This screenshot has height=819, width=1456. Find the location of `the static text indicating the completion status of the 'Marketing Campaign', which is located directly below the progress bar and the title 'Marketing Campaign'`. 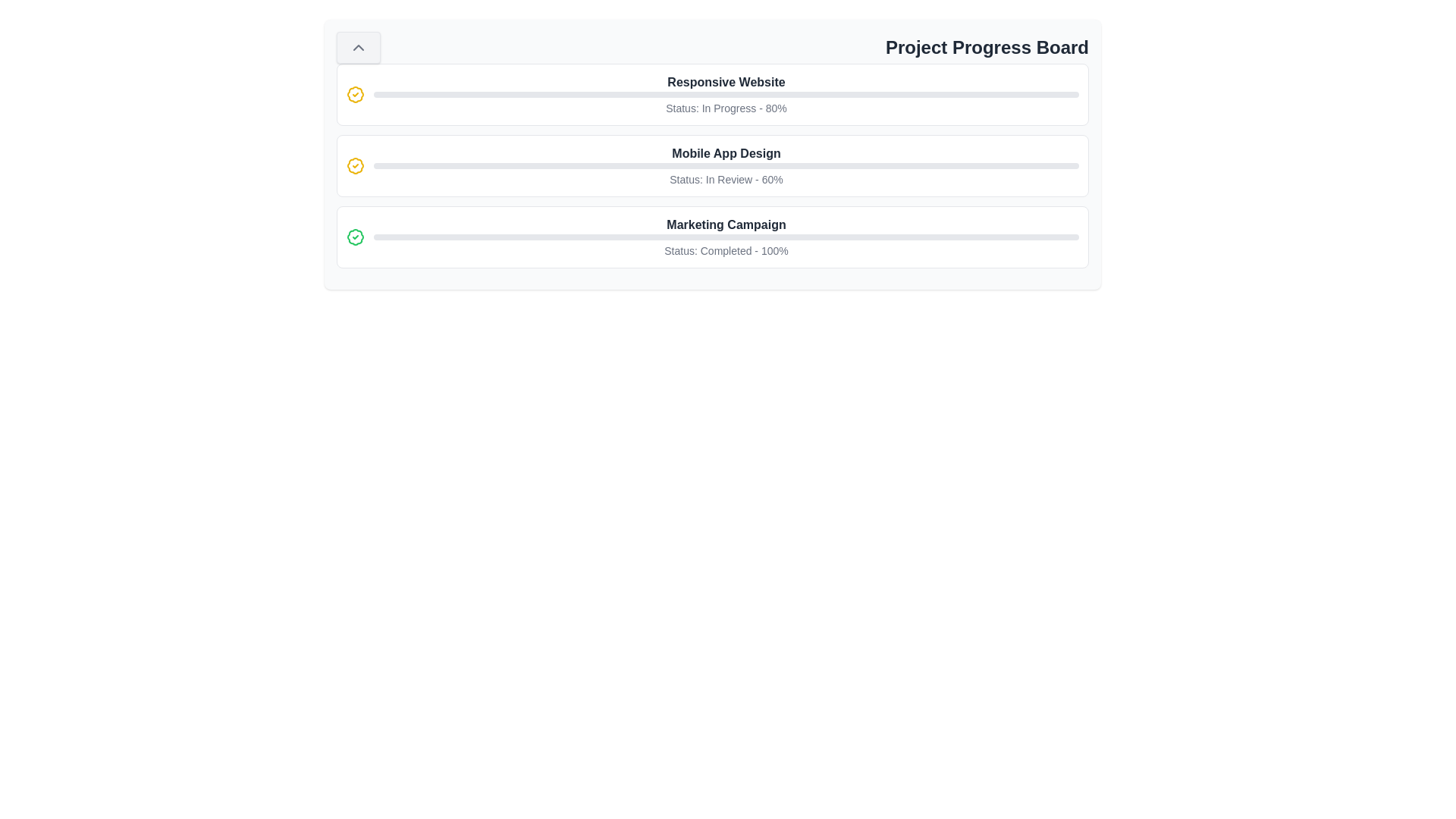

the static text indicating the completion status of the 'Marketing Campaign', which is located directly below the progress bar and the title 'Marketing Campaign' is located at coordinates (726, 250).